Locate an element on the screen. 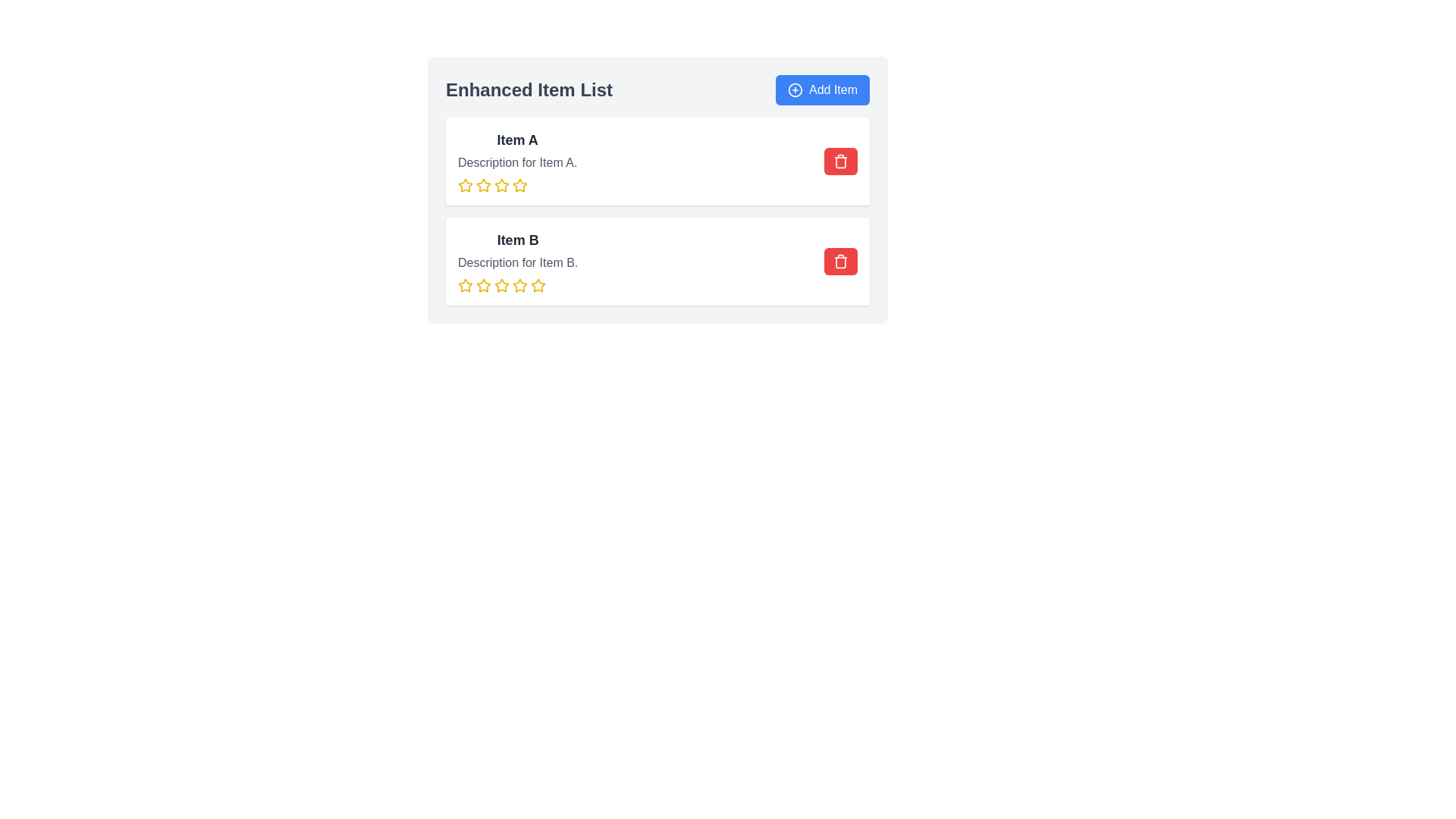 The width and height of the screenshot is (1456, 819). on the fourth yellow rating star in the rating system for Item B, located below the description text and above the bottom margin of the Item B card is located at coordinates (517, 286).